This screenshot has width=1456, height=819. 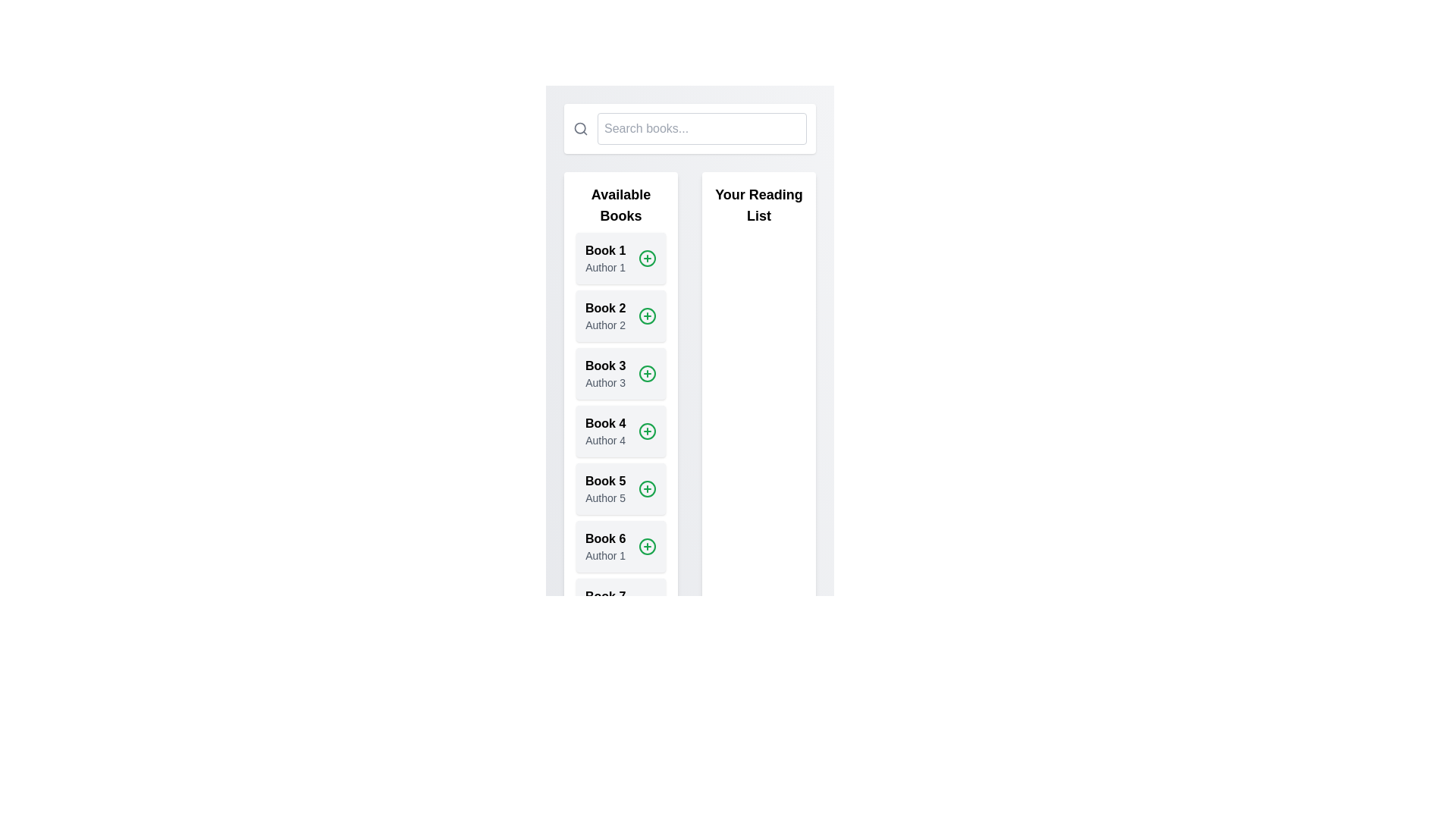 What do you see at coordinates (648, 431) in the screenshot?
I see `the button next to 'Book 4' under the 'Available Books' section` at bounding box center [648, 431].